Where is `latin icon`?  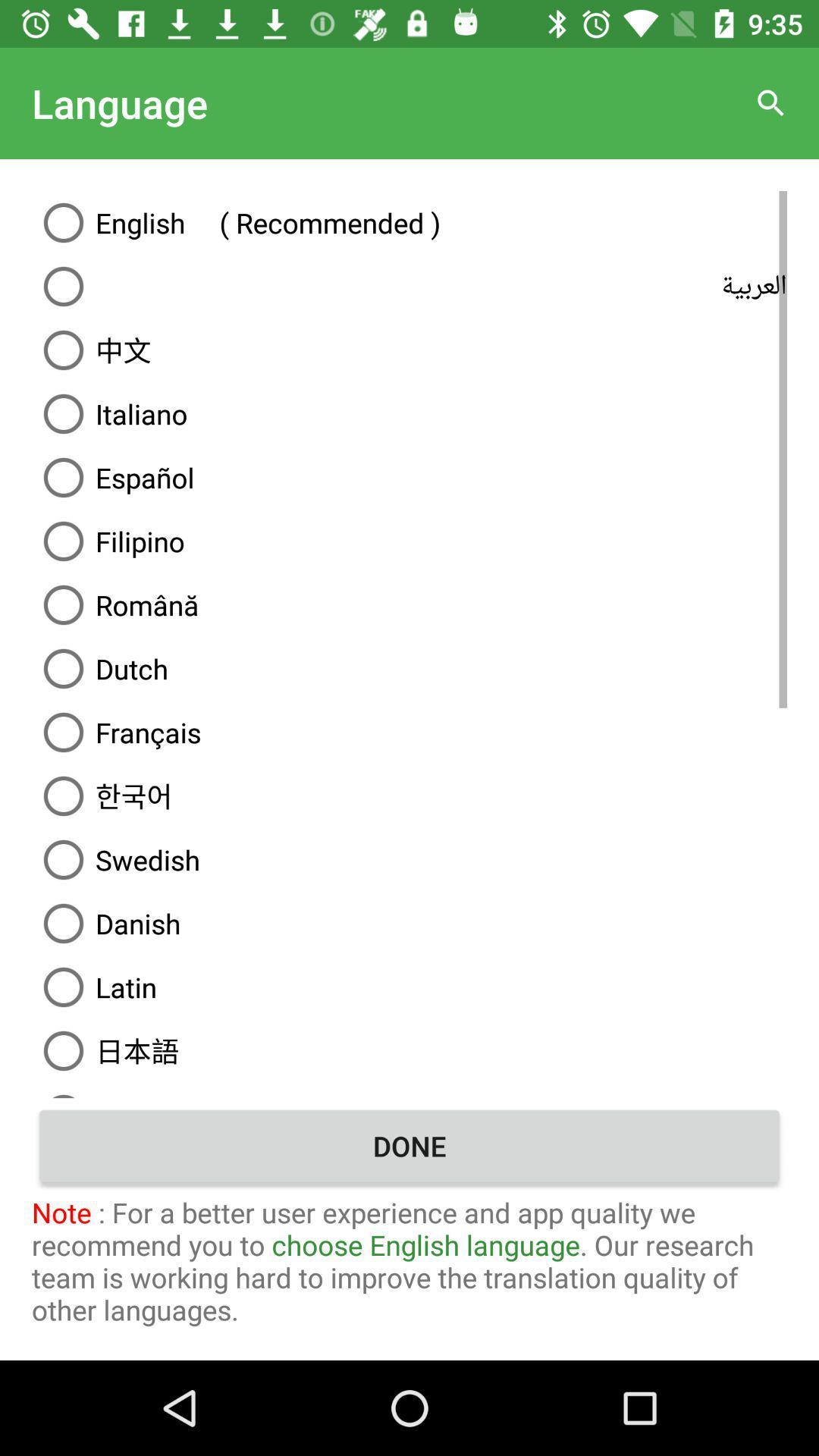 latin icon is located at coordinates (409, 987).